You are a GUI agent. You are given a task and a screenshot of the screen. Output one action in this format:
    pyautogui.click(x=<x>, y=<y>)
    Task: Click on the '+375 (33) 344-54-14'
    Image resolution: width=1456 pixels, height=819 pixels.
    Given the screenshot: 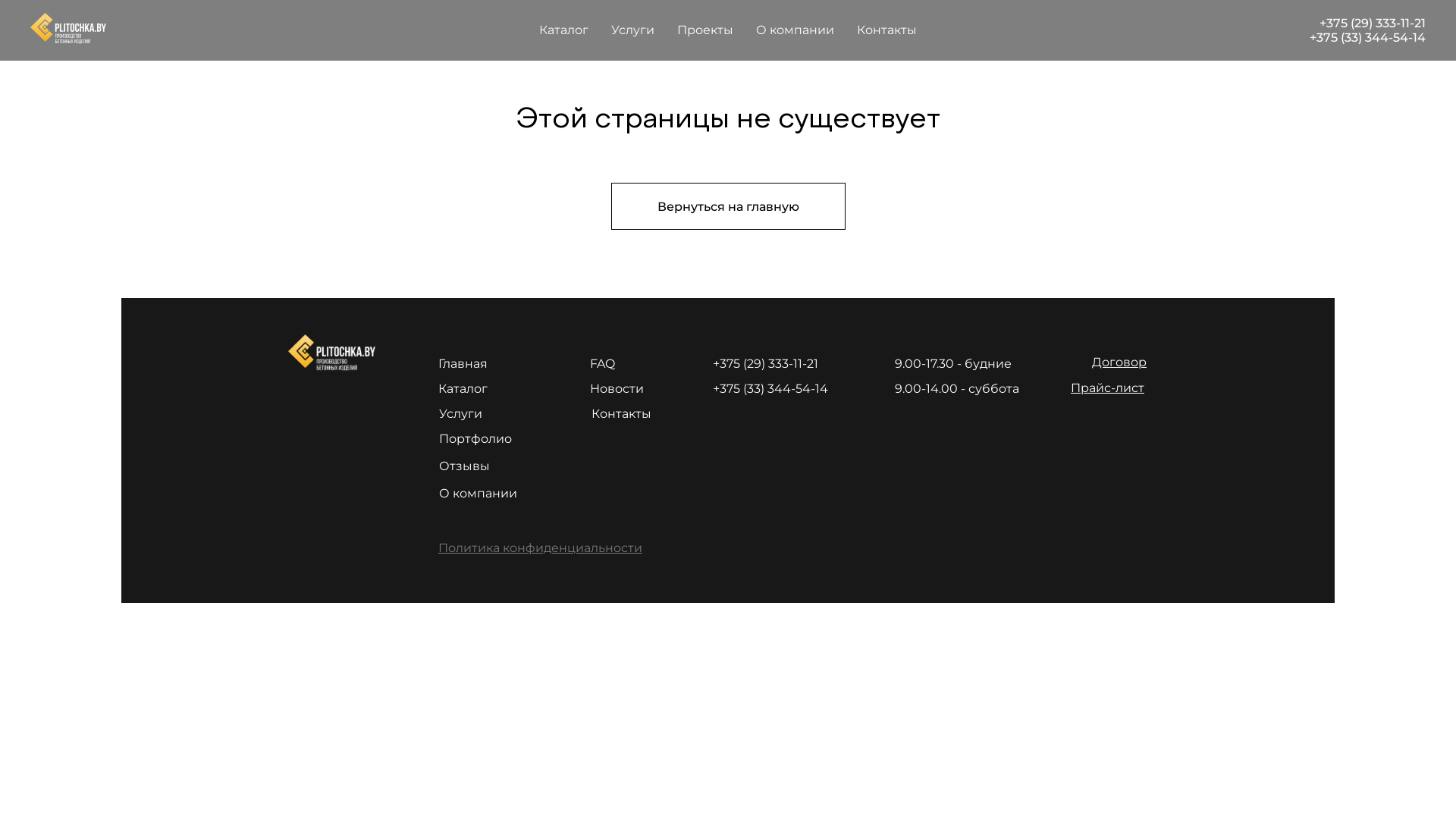 What is the action you would take?
    pyautogui.click(x=770, y=388)
    